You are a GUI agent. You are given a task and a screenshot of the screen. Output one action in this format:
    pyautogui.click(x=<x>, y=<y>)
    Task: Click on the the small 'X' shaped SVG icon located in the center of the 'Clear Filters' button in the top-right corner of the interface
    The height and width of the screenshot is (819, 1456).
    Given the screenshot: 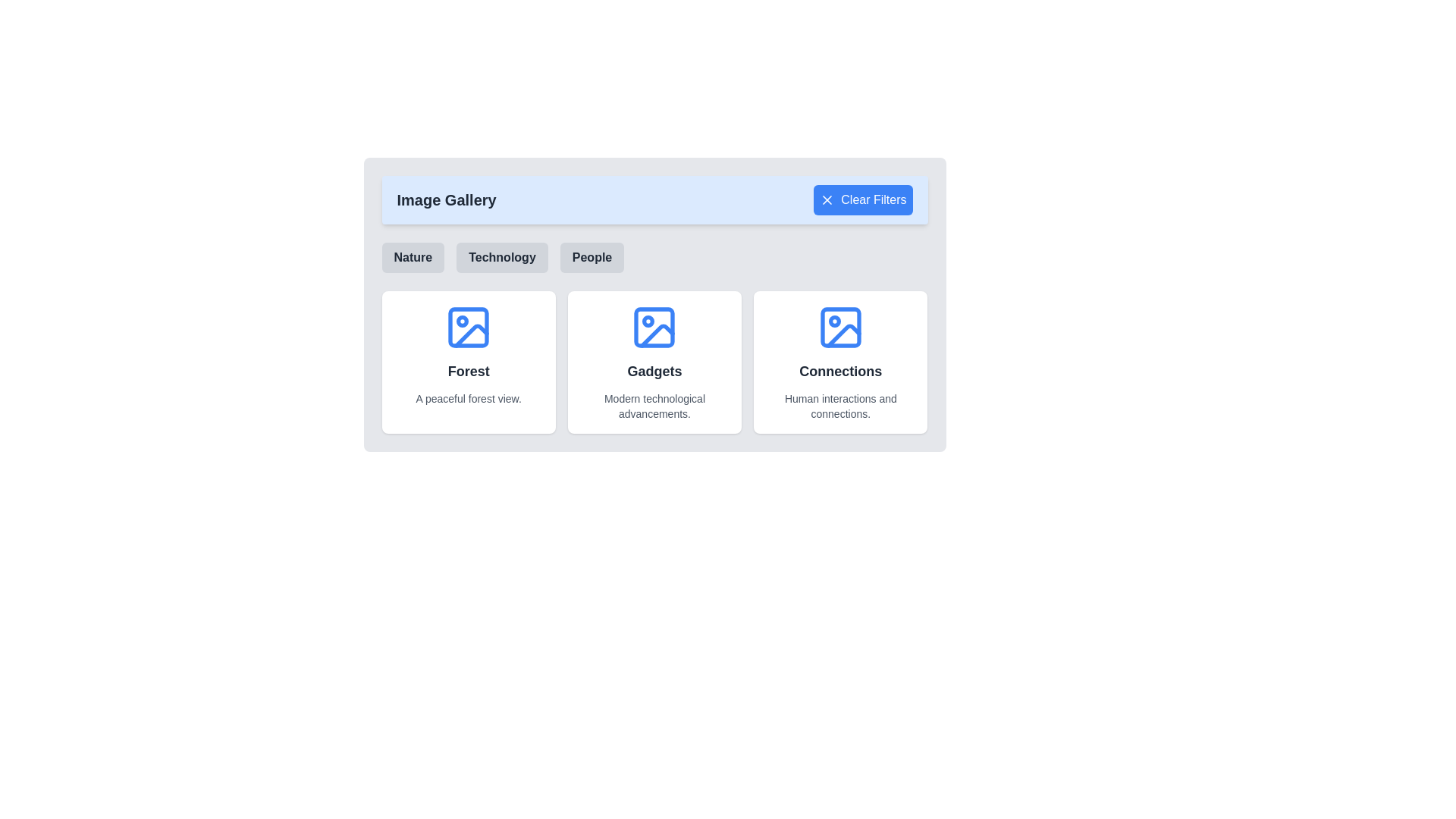 What is the action you would take?
    pyautogui.click(x=827, y=199)
    